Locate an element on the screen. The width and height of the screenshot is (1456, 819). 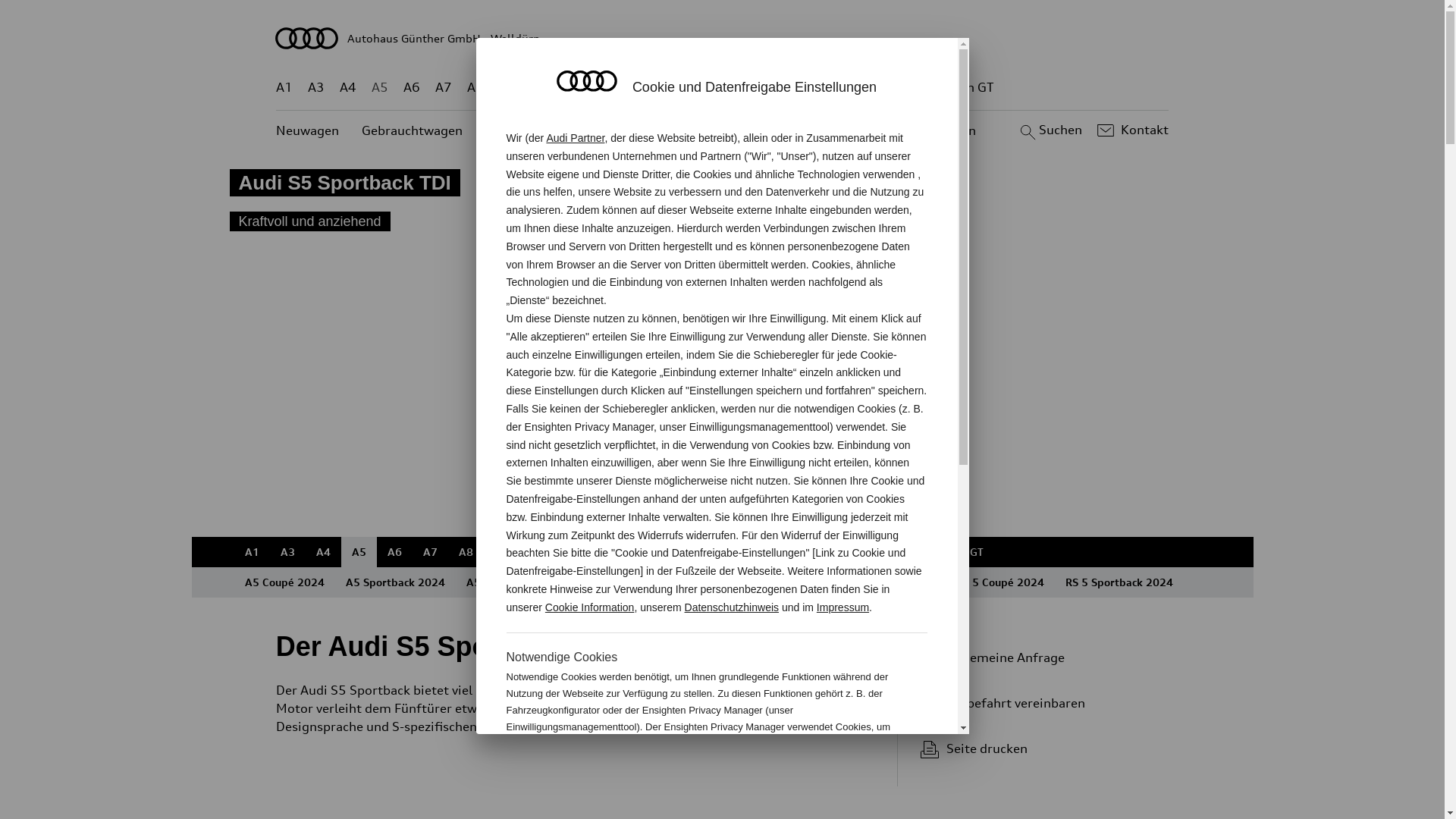
'Kontakt' is located at coordinates (1131, 130).